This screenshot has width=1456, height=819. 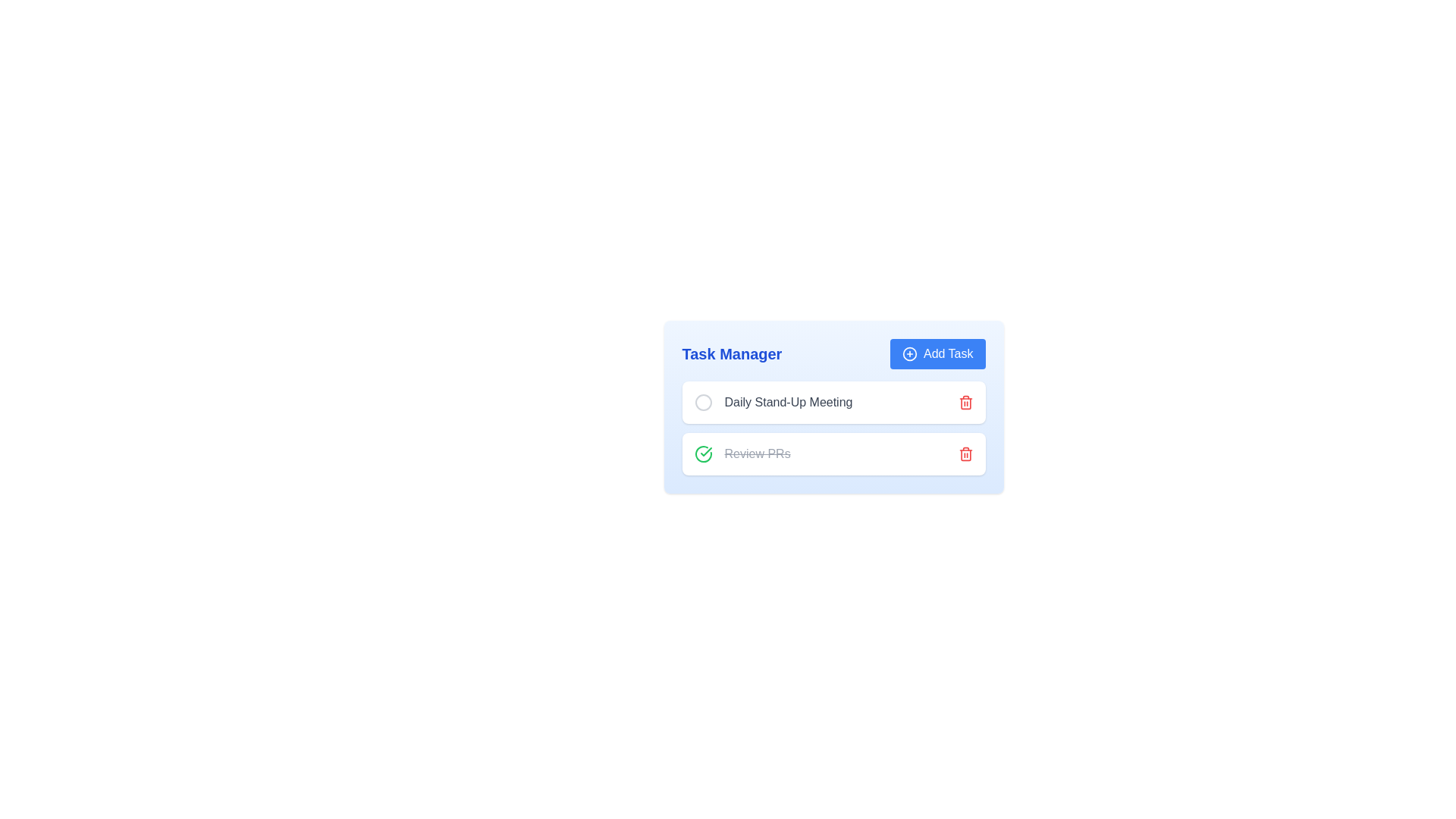 What do you see at coordinates (965, 454) in the screenshot?
I see `the vertical line boundary of the trash icon, which is positioned immediately to the right of the 'Review PRs' text in the task row` at bounding box center [965, 454].